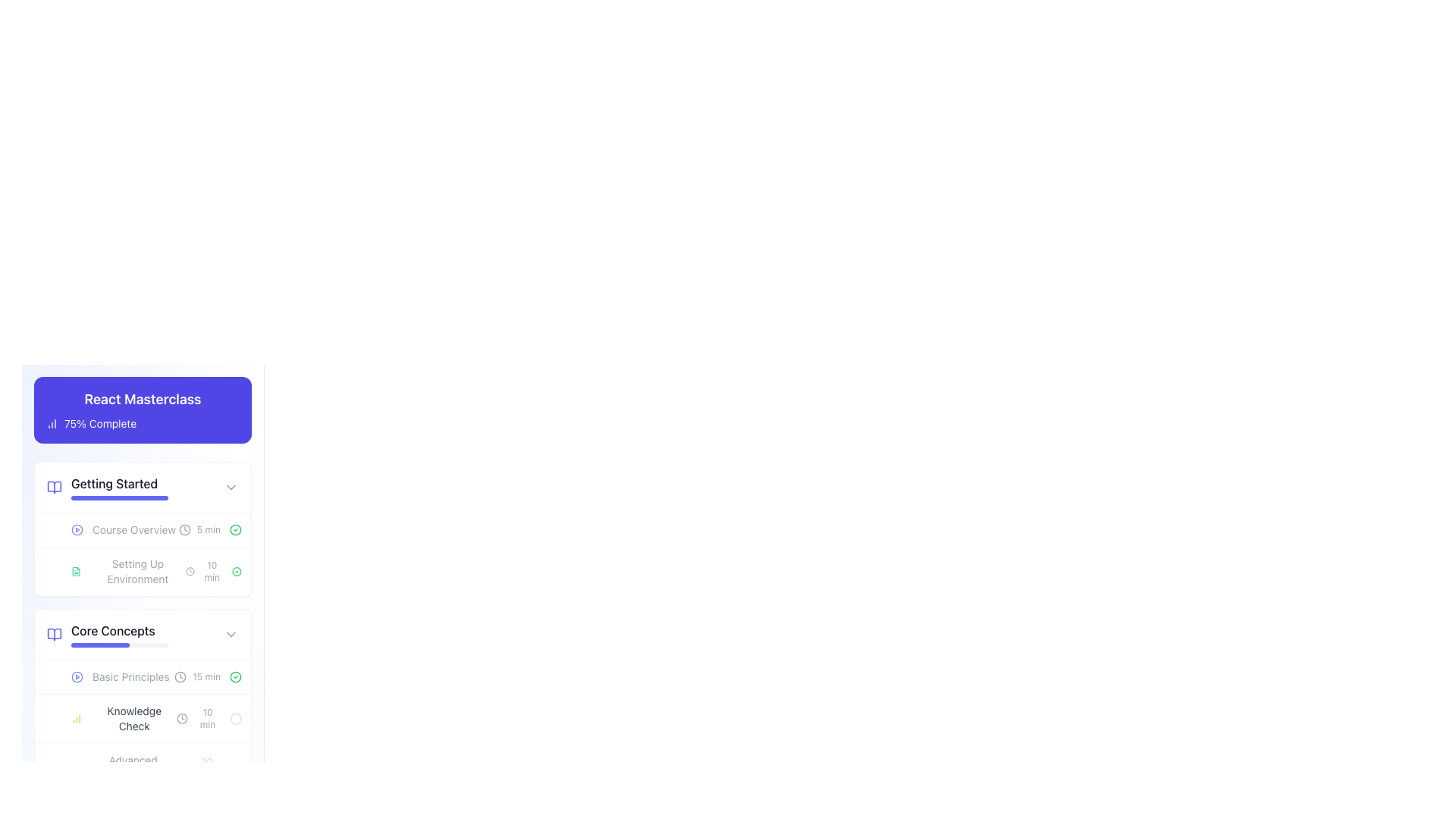 The image size is (1456, 819). What do you see at coordinates (107, 488) in the screenshot?
I see `the 'Getting Started' text label with an open book icon` at bounding box center [107, 488].